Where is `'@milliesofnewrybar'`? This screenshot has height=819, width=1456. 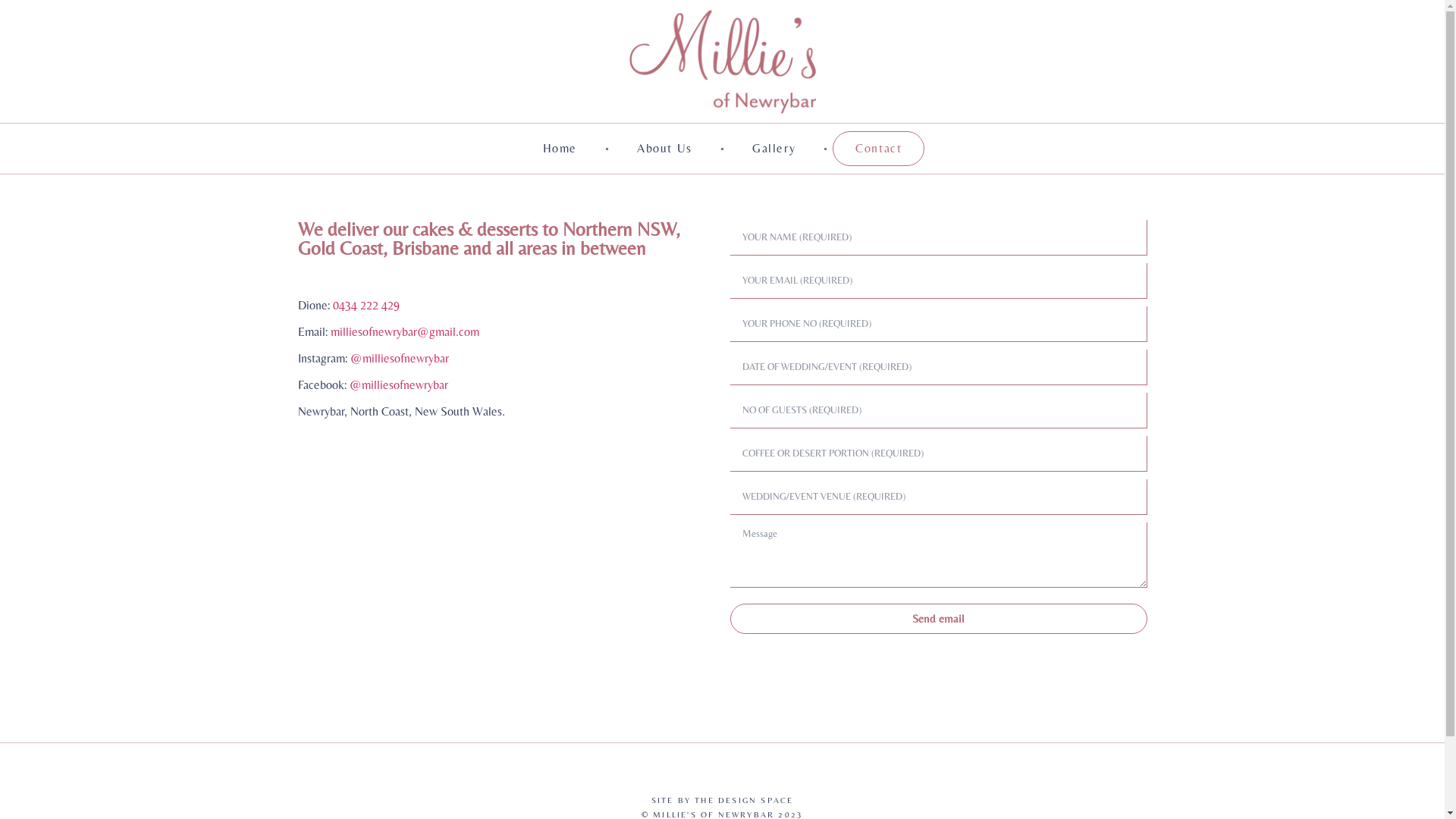 '@milliesofnewrybar' is located at coordinates (397, 384).